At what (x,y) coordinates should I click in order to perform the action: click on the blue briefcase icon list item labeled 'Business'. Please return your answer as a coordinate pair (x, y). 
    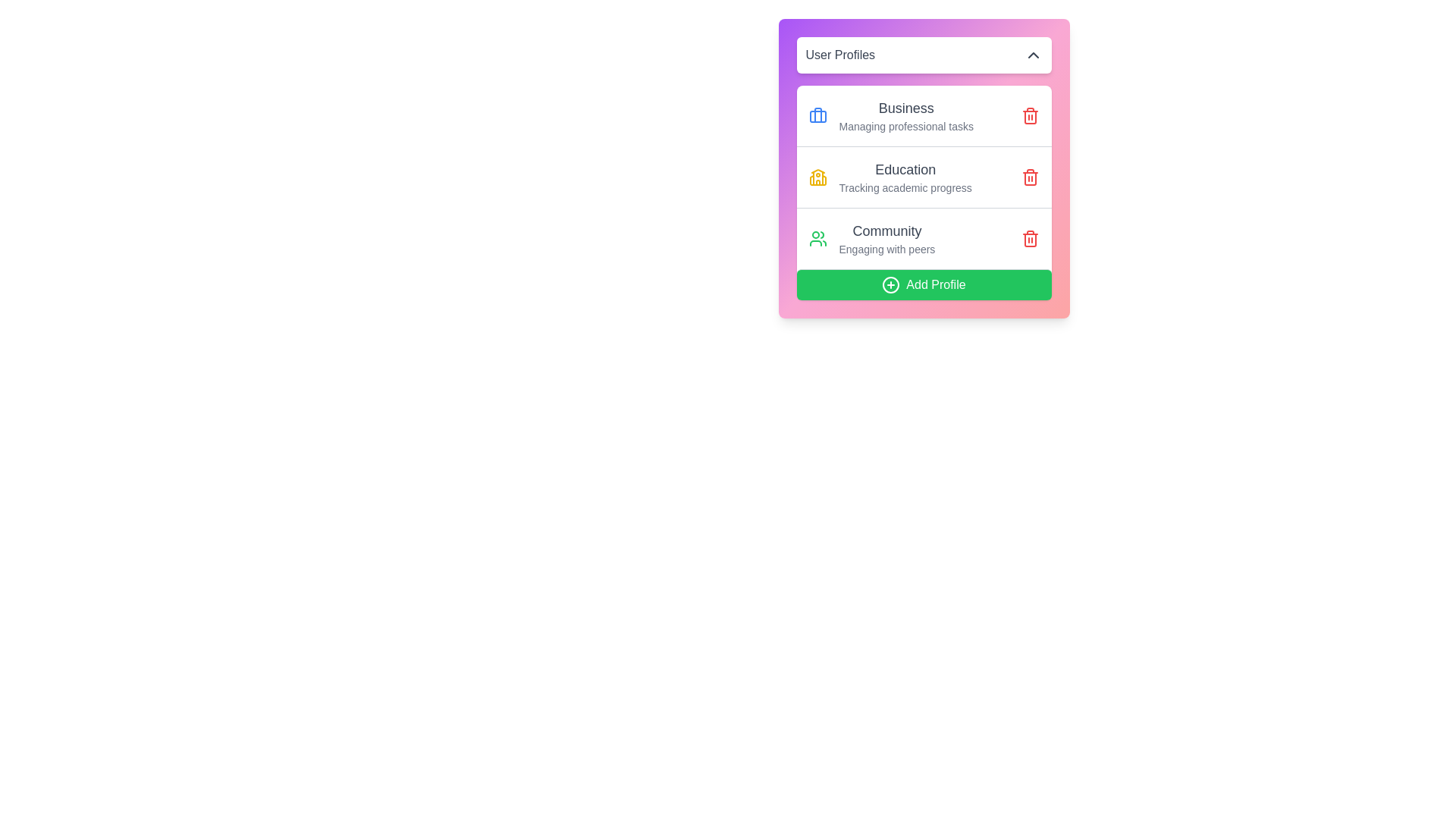
    Looking at the image, I should click on (891, 115).